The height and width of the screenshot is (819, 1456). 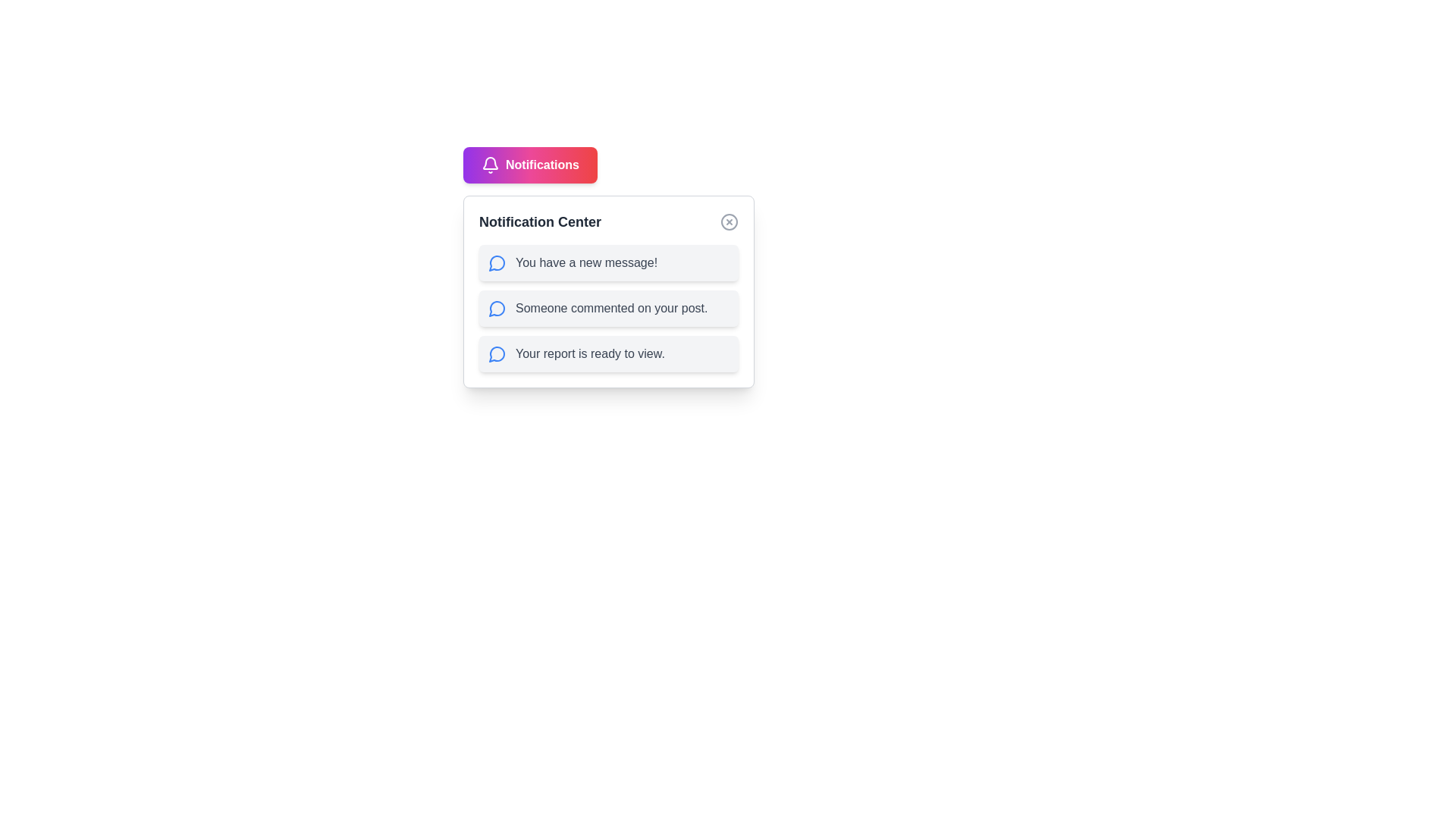 I want to click on the text display showing 'Your report is ready to view.' in the notification center card by clicking on it to access related elements, so click(x=588, y=353).